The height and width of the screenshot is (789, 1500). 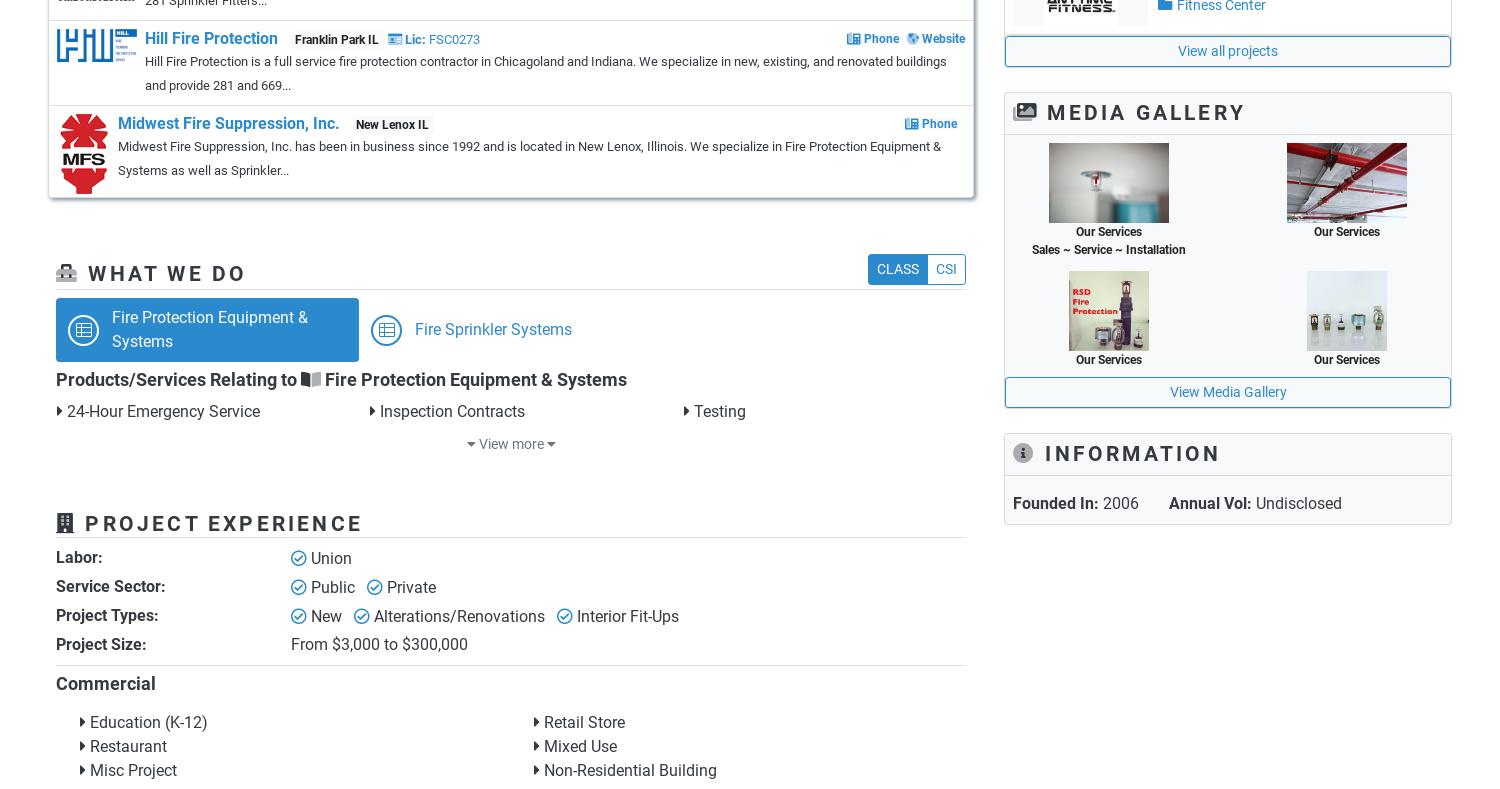 I want to click on 'Labor:', so click(x=78, y=557).